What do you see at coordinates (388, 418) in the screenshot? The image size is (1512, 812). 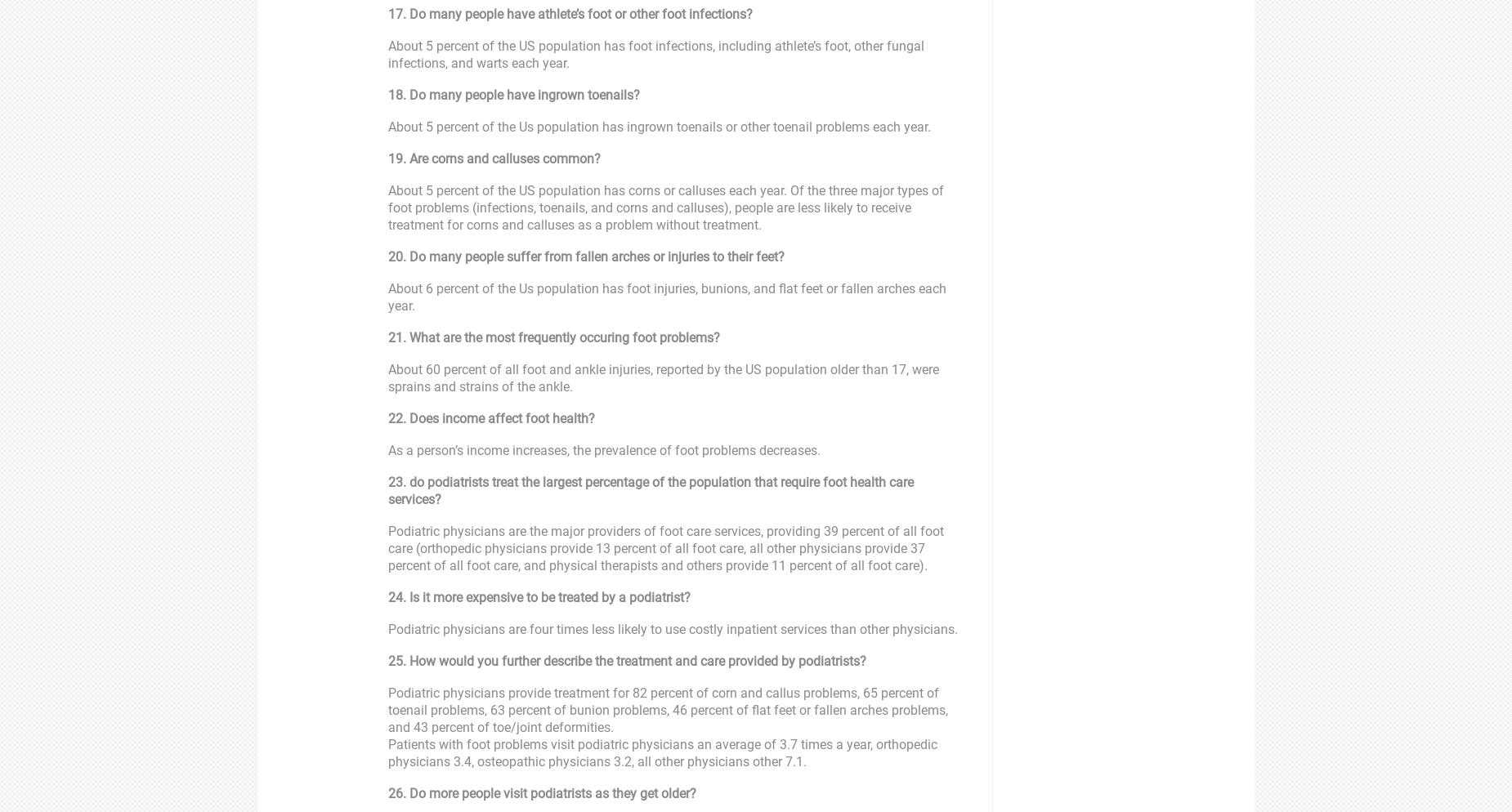 I see `'22. Does income affect foot health?'` at bounding box center [388, 418].